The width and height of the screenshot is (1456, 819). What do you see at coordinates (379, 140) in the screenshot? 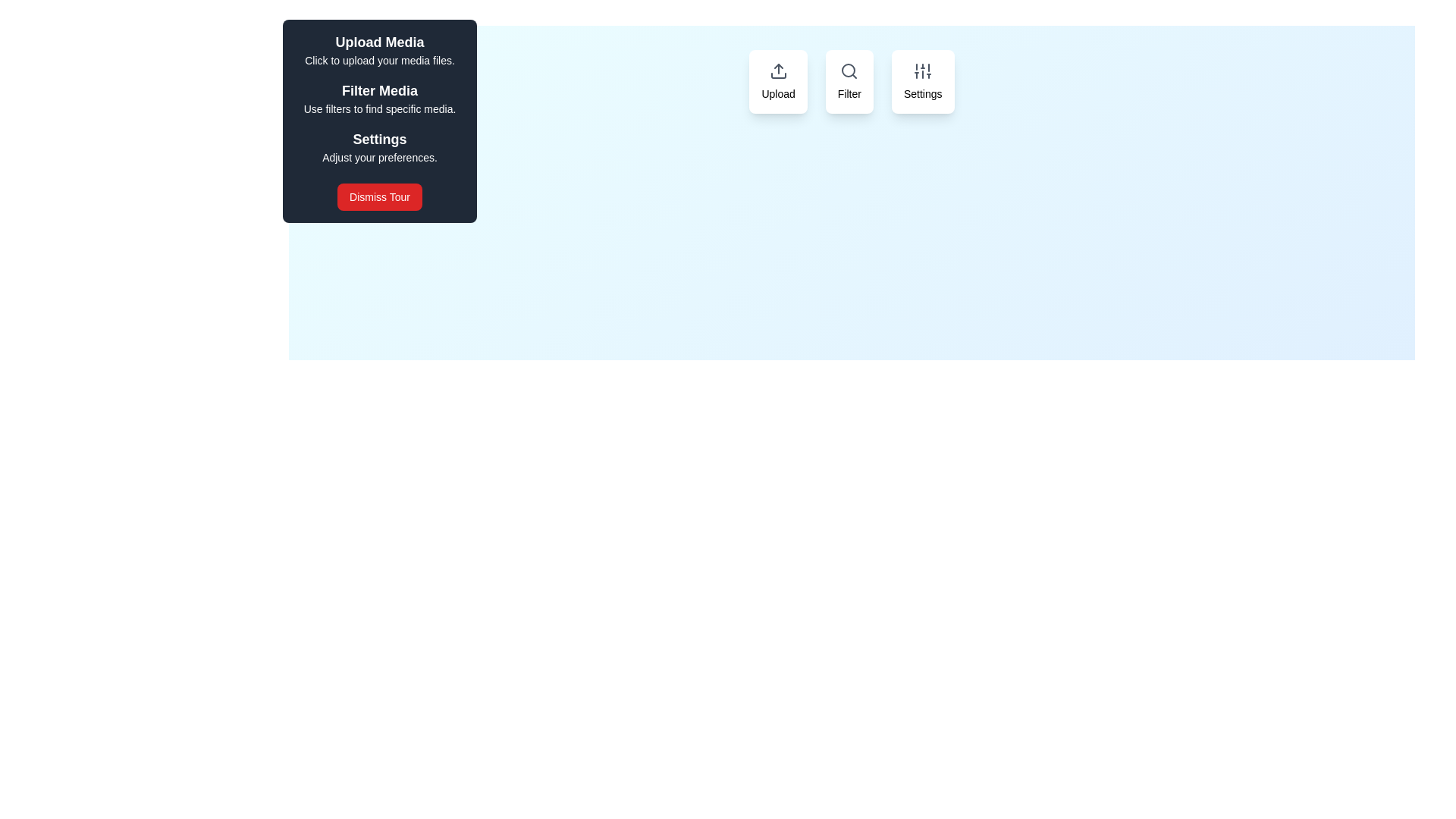
I see `the bold, large-sized text element labeled 'Settings' which is rendered in white on a dark background, located between 'Filter Media' and 'Adjust your preferences.'` at bounding box center [379, 140].